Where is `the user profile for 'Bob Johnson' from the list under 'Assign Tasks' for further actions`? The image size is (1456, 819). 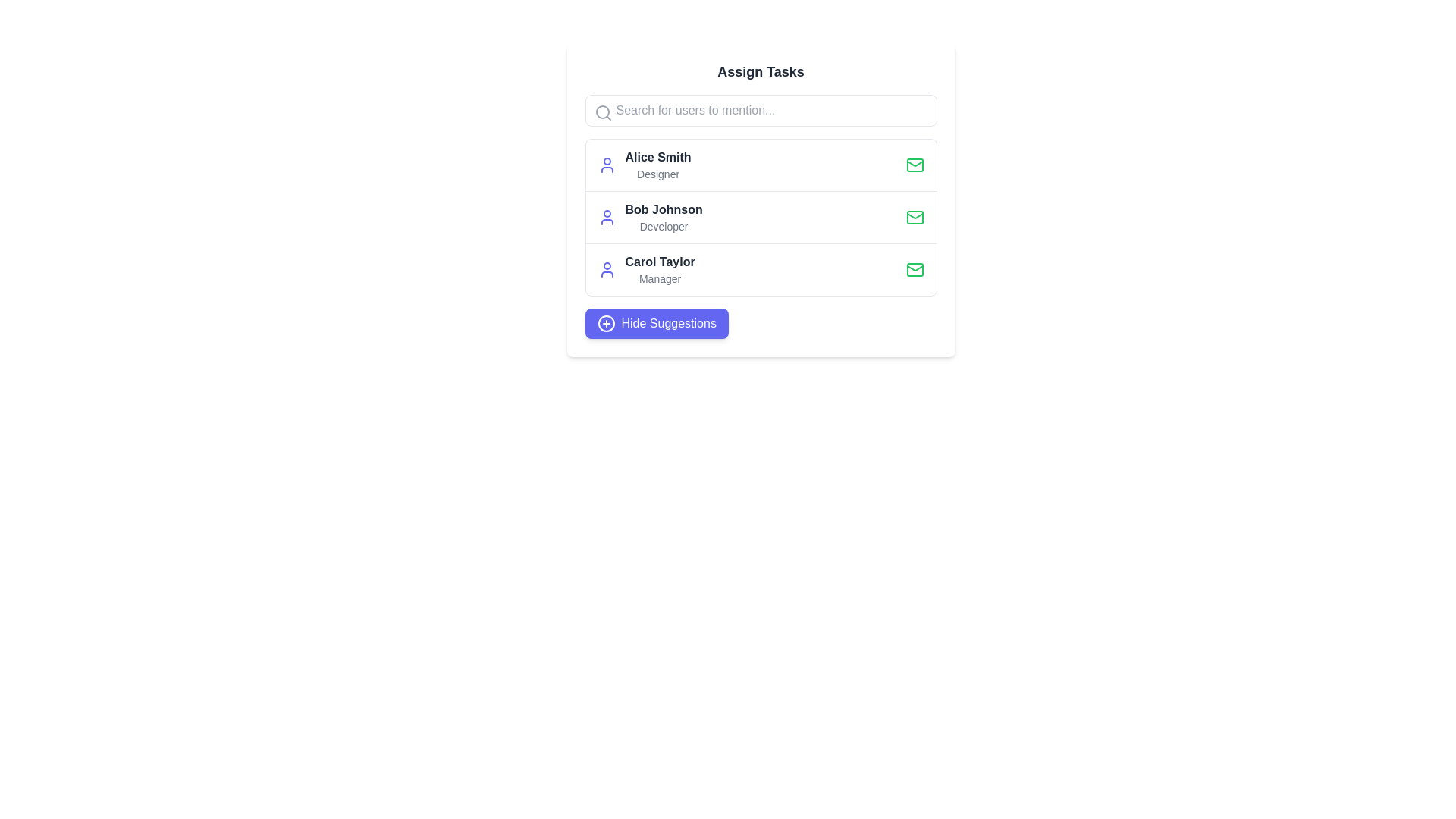
the user profile for 'Bob Johnson' from the list under 'Assign Tasks' for further actions is located at coordinates (761, 217).